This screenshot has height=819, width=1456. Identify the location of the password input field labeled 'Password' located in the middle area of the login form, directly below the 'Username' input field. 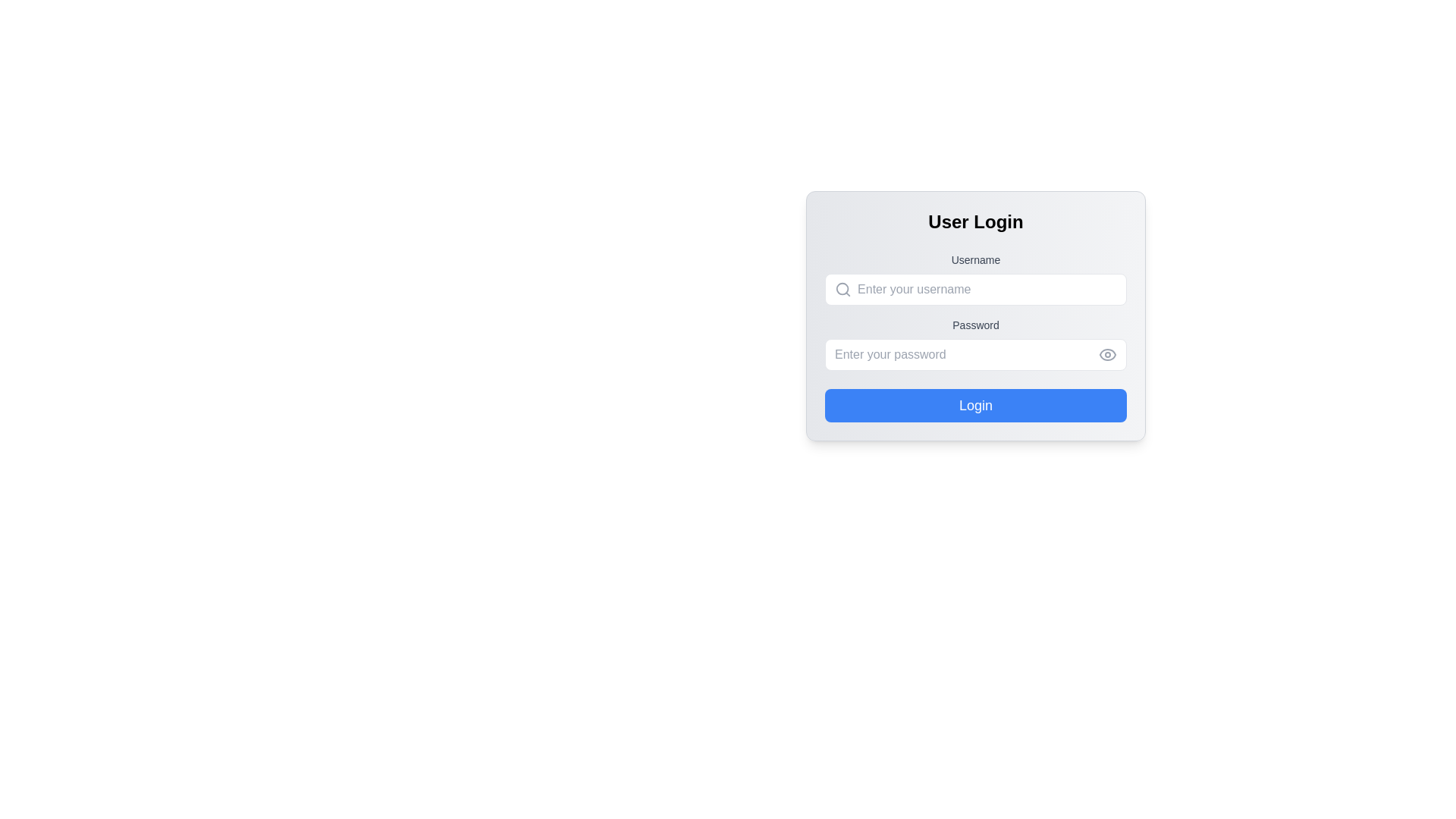
(975, 344).